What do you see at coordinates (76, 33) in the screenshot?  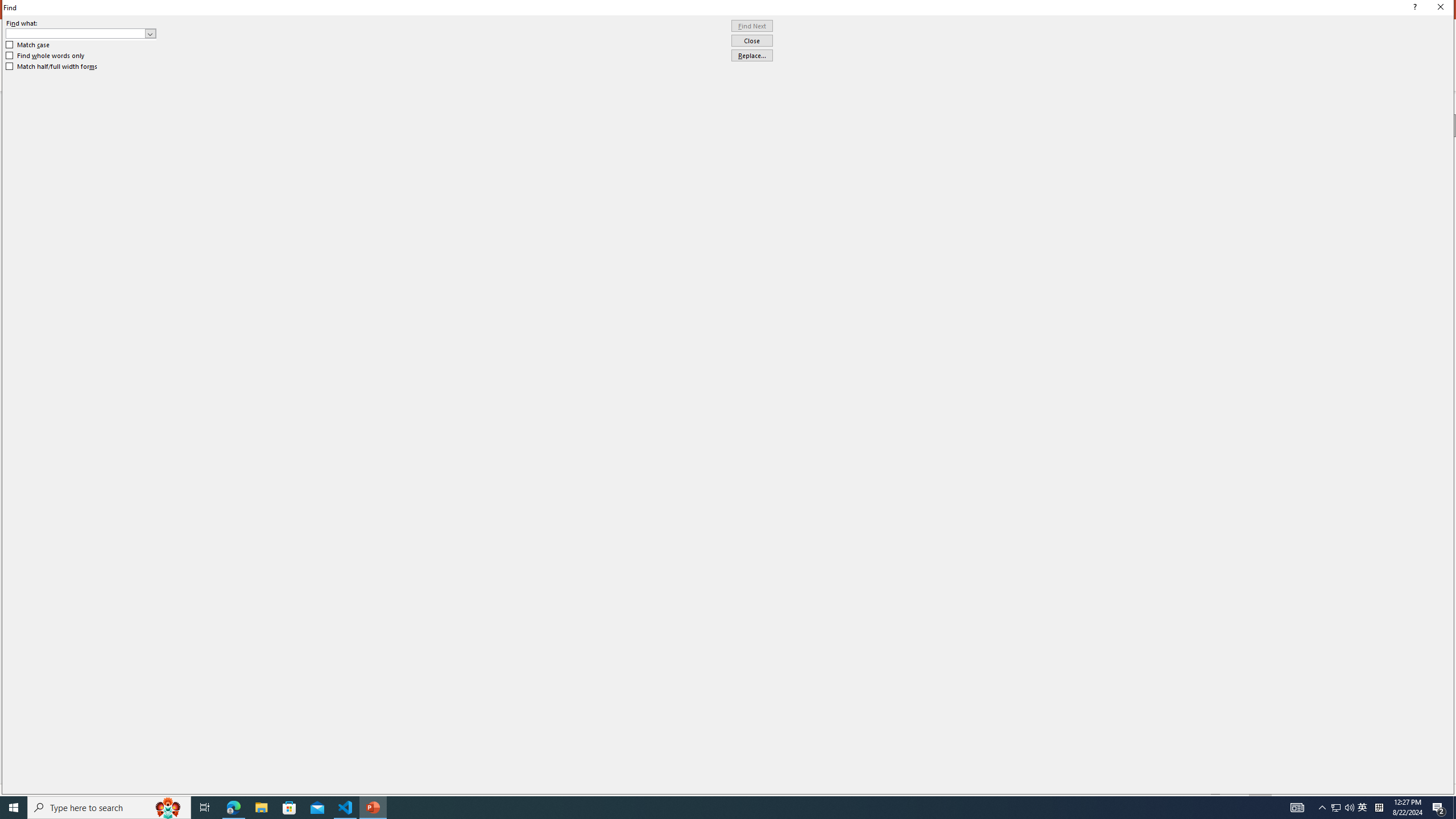 I see `'Find what'` at bounding box center [76, 33].